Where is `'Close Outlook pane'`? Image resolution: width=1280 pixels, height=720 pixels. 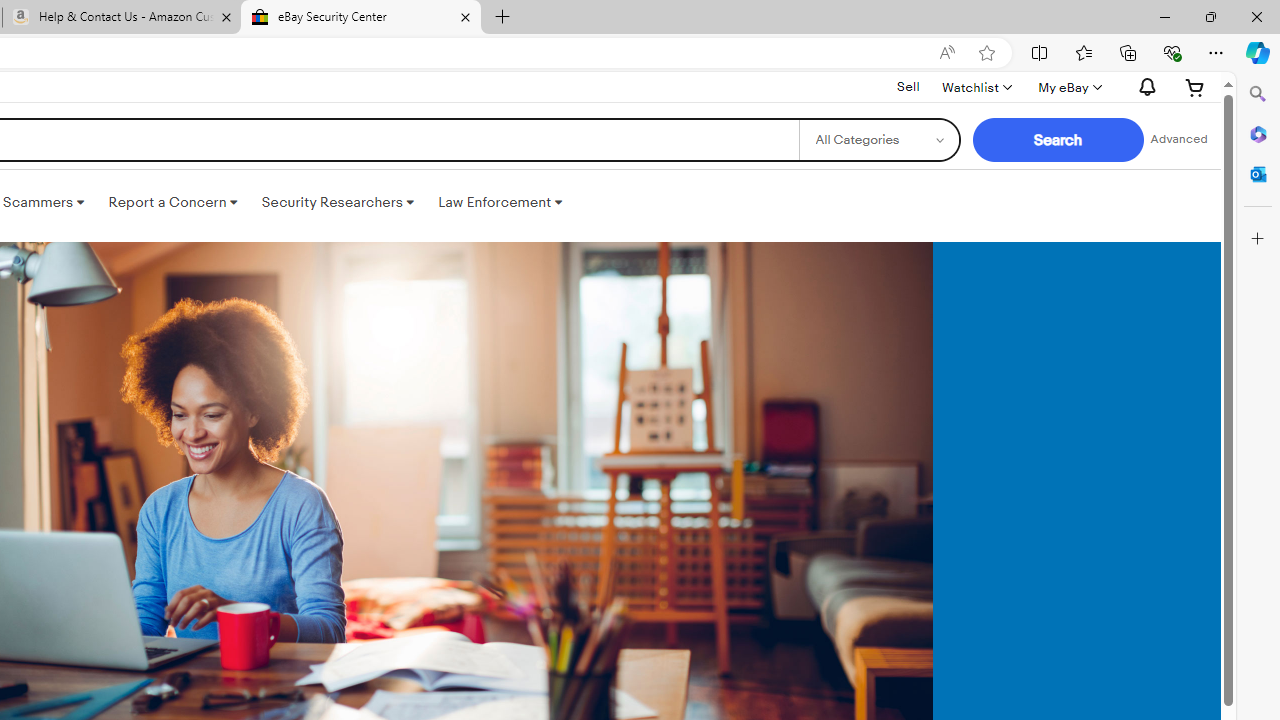
'Close Outlook pane' is located at coordinates (1257, 173).